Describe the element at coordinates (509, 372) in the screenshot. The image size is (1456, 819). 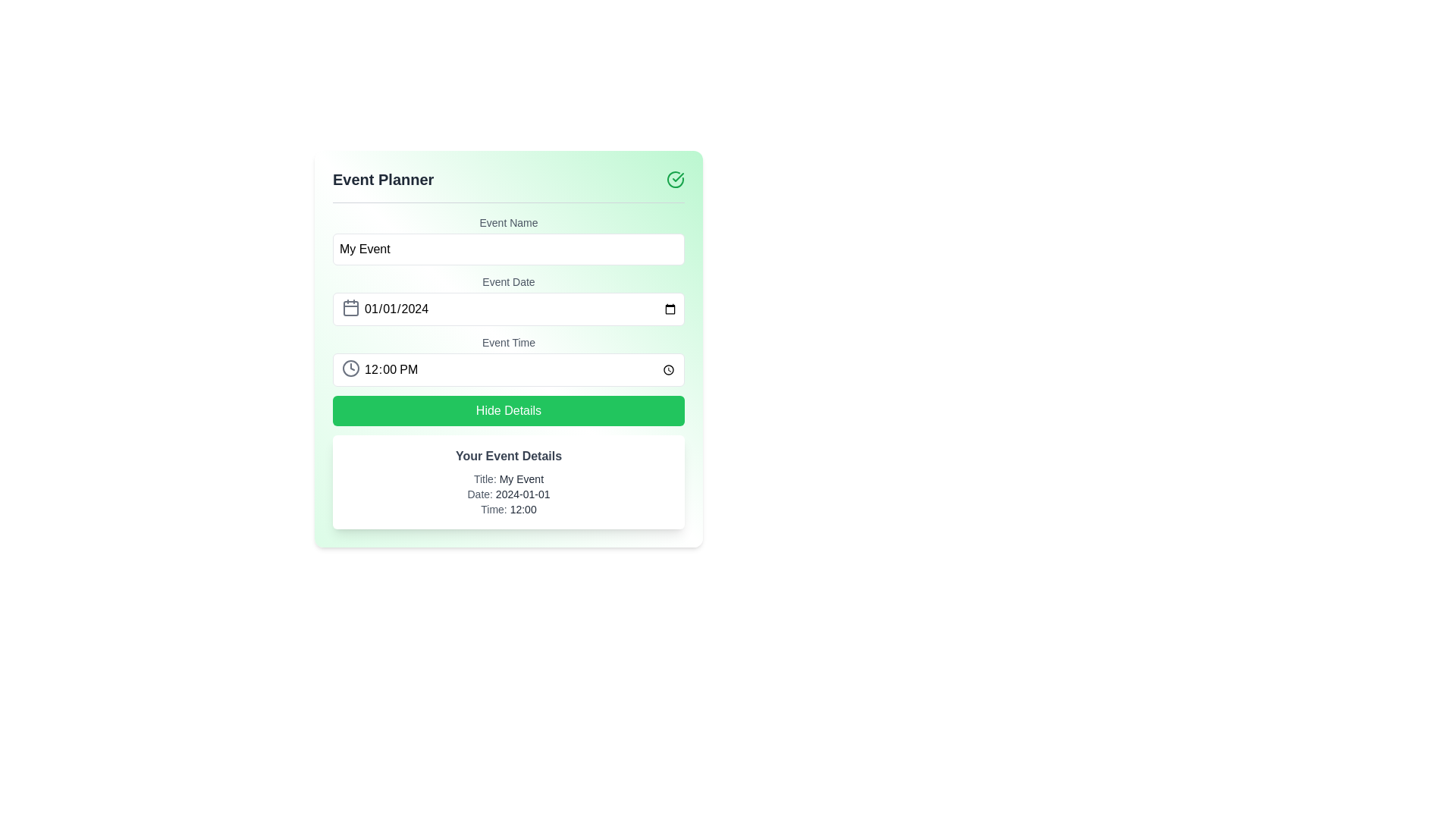
I see `within the interactive form section` at that location.